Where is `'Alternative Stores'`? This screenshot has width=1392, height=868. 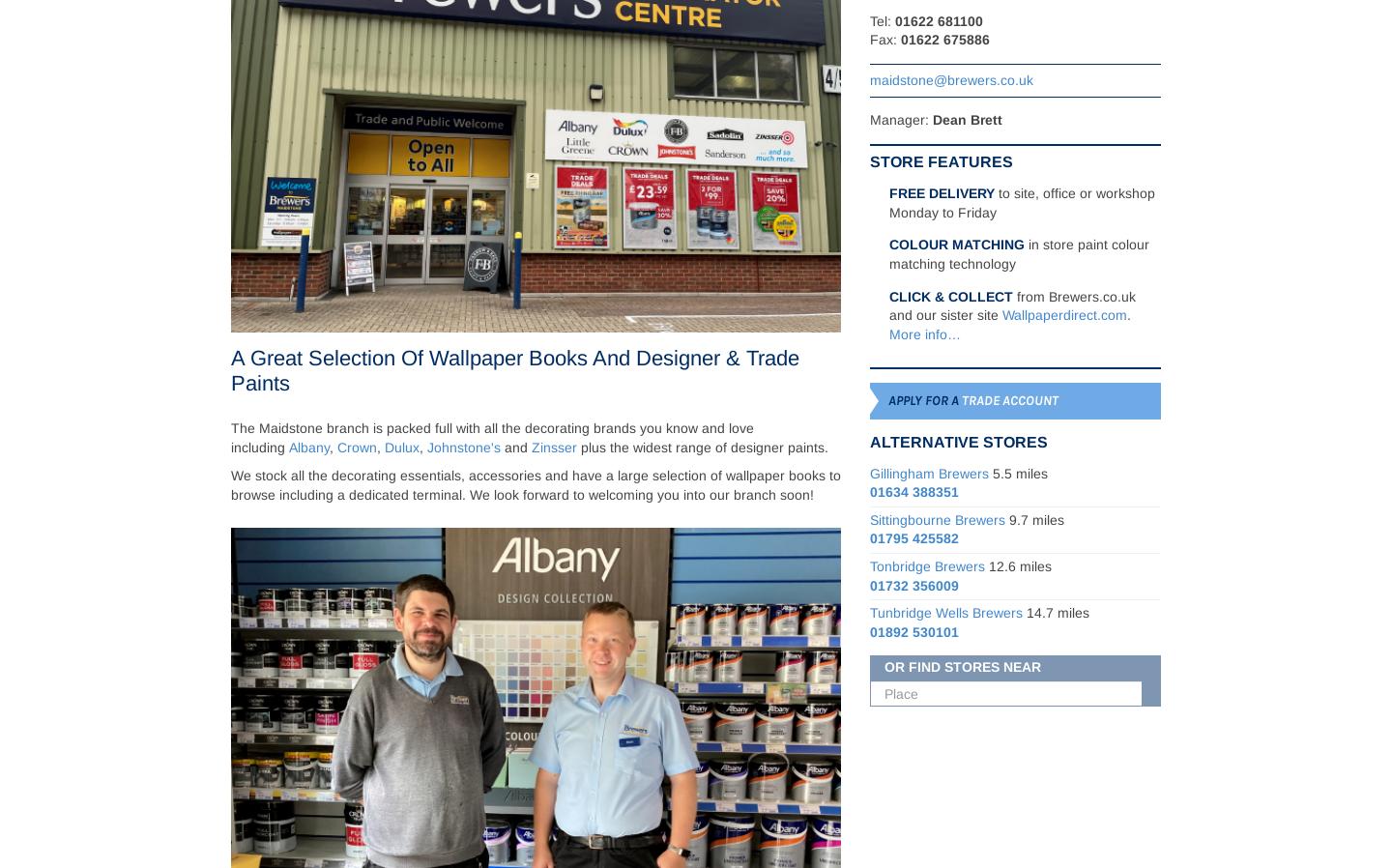 'Alternative Stores' is located at coordinates (958, 440).